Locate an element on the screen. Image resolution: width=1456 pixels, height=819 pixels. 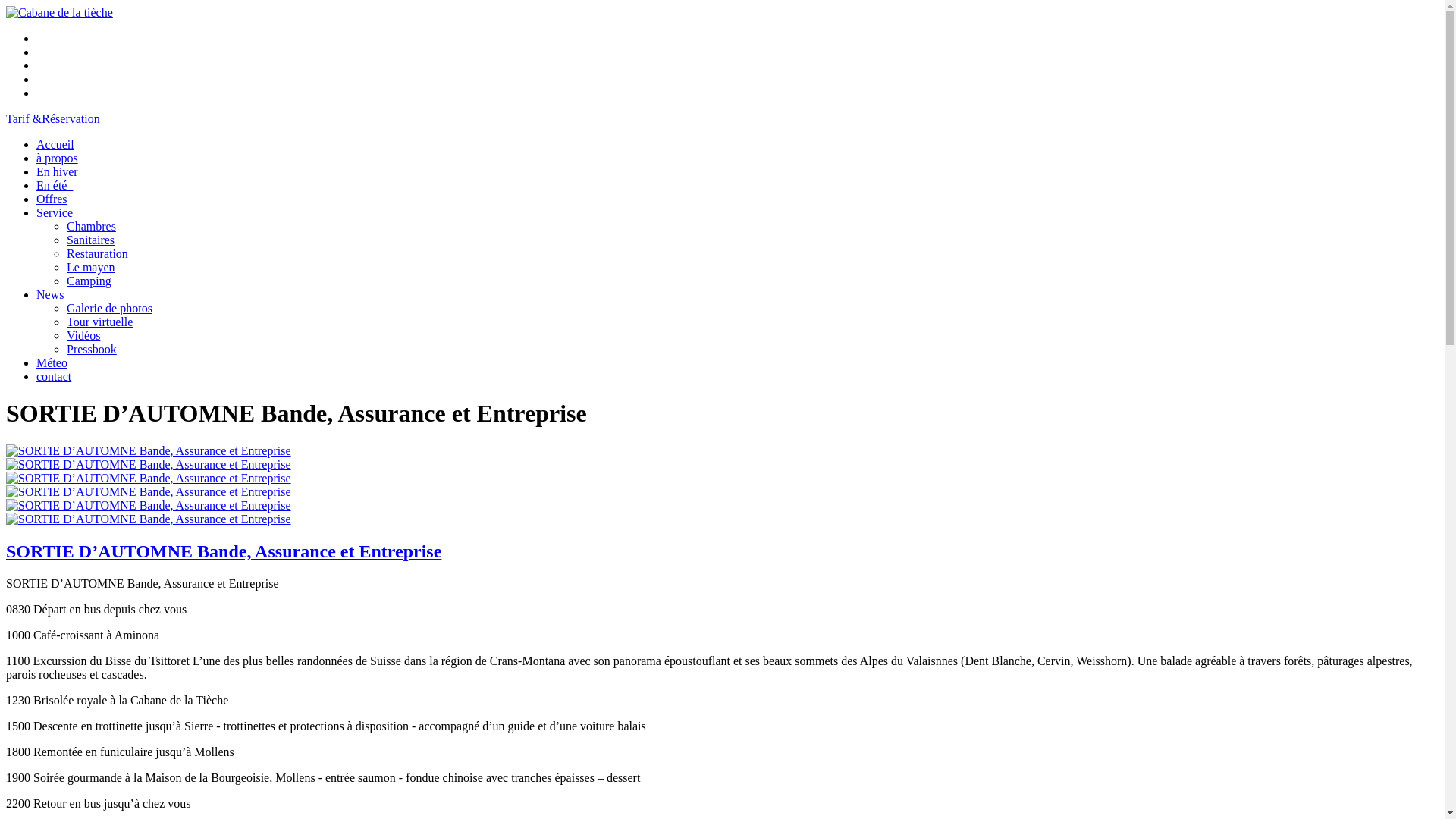
'Tour virtuelle' is located at coordinates (99, 321).